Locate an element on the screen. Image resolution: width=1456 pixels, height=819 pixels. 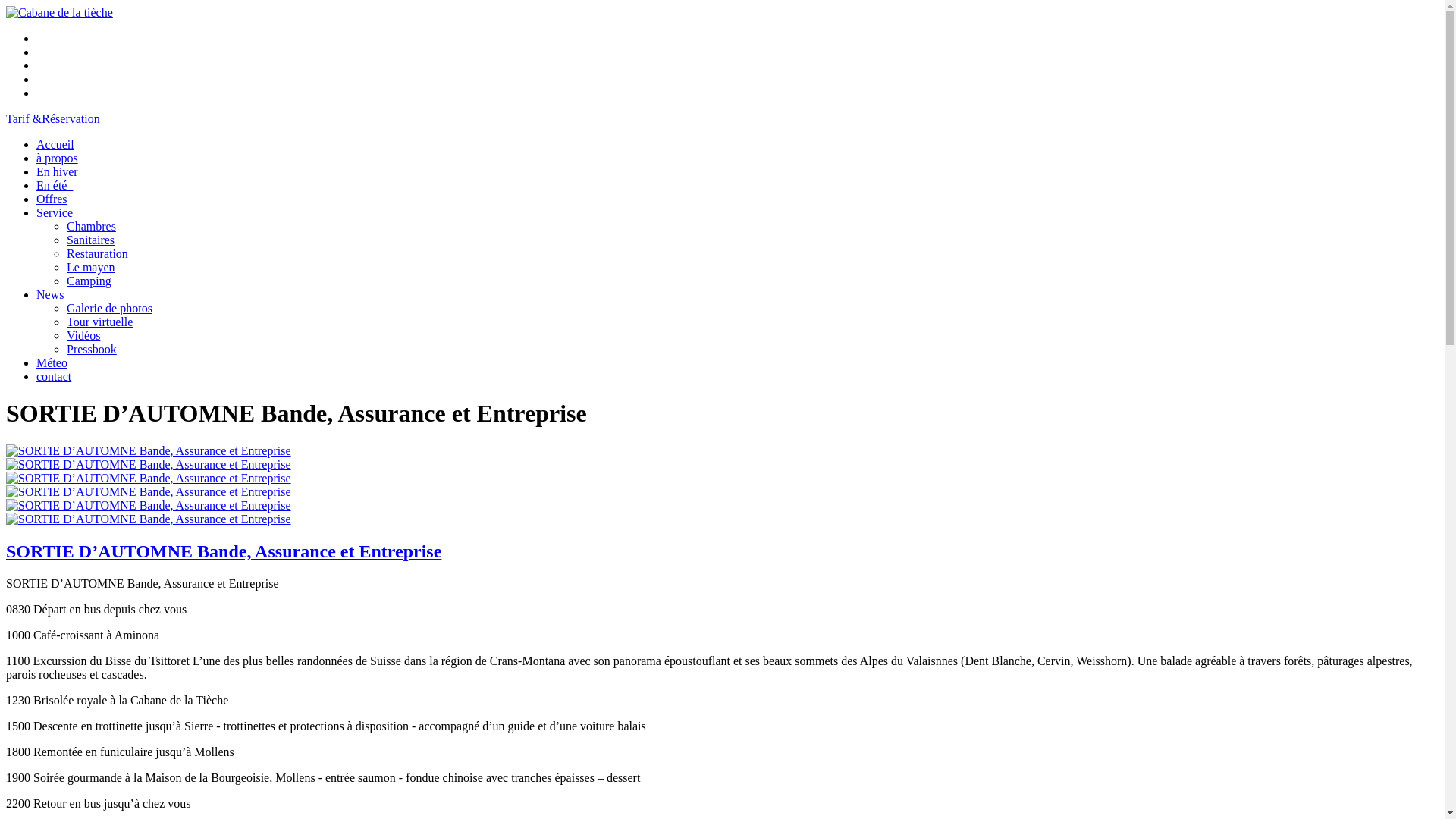
'Tour virtuelle' is located at coordinates (99, 321).